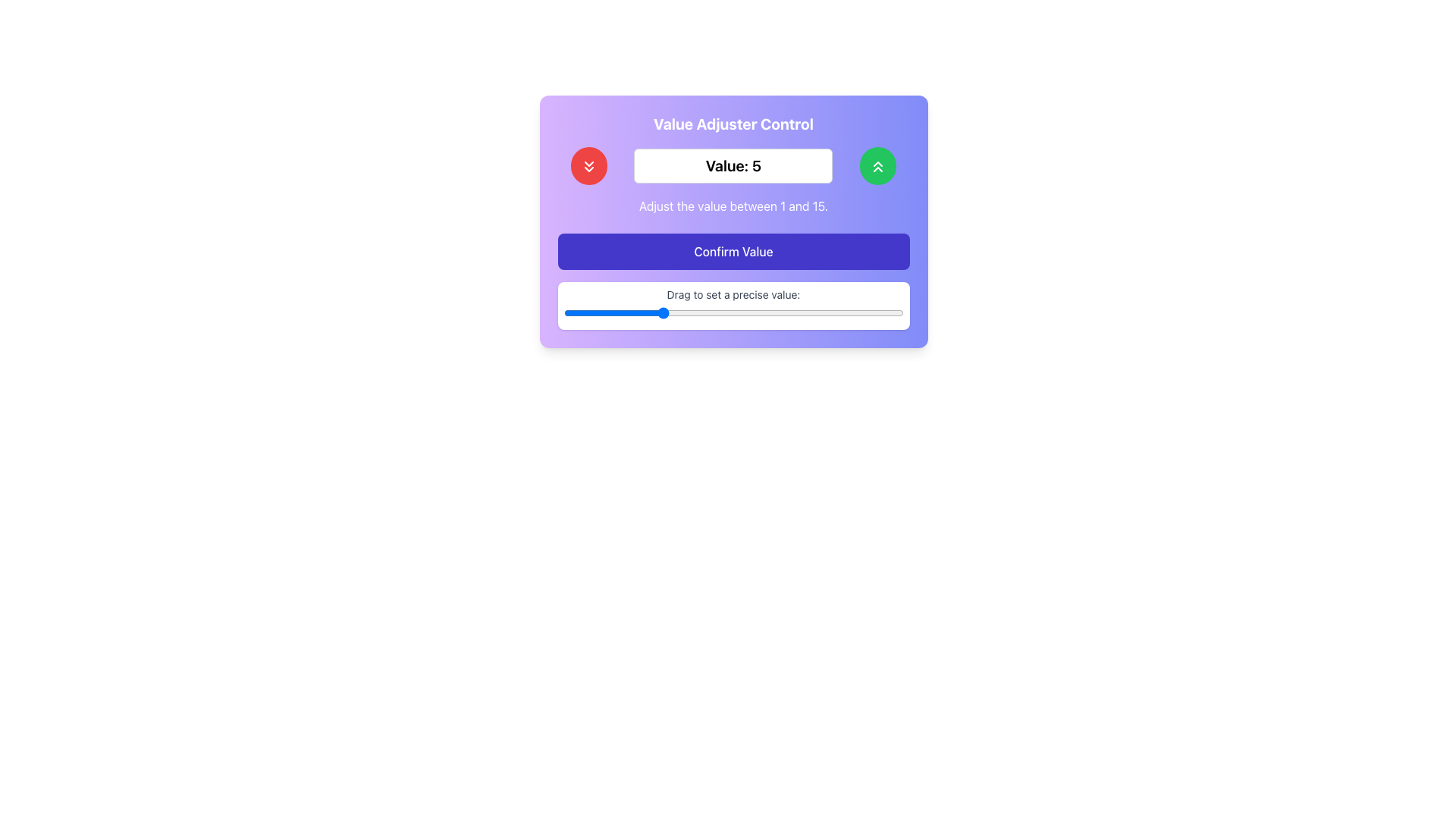 The image size is (1456, 819). I want to click on the centrally positioned Text Input Field, so click(733, 165).